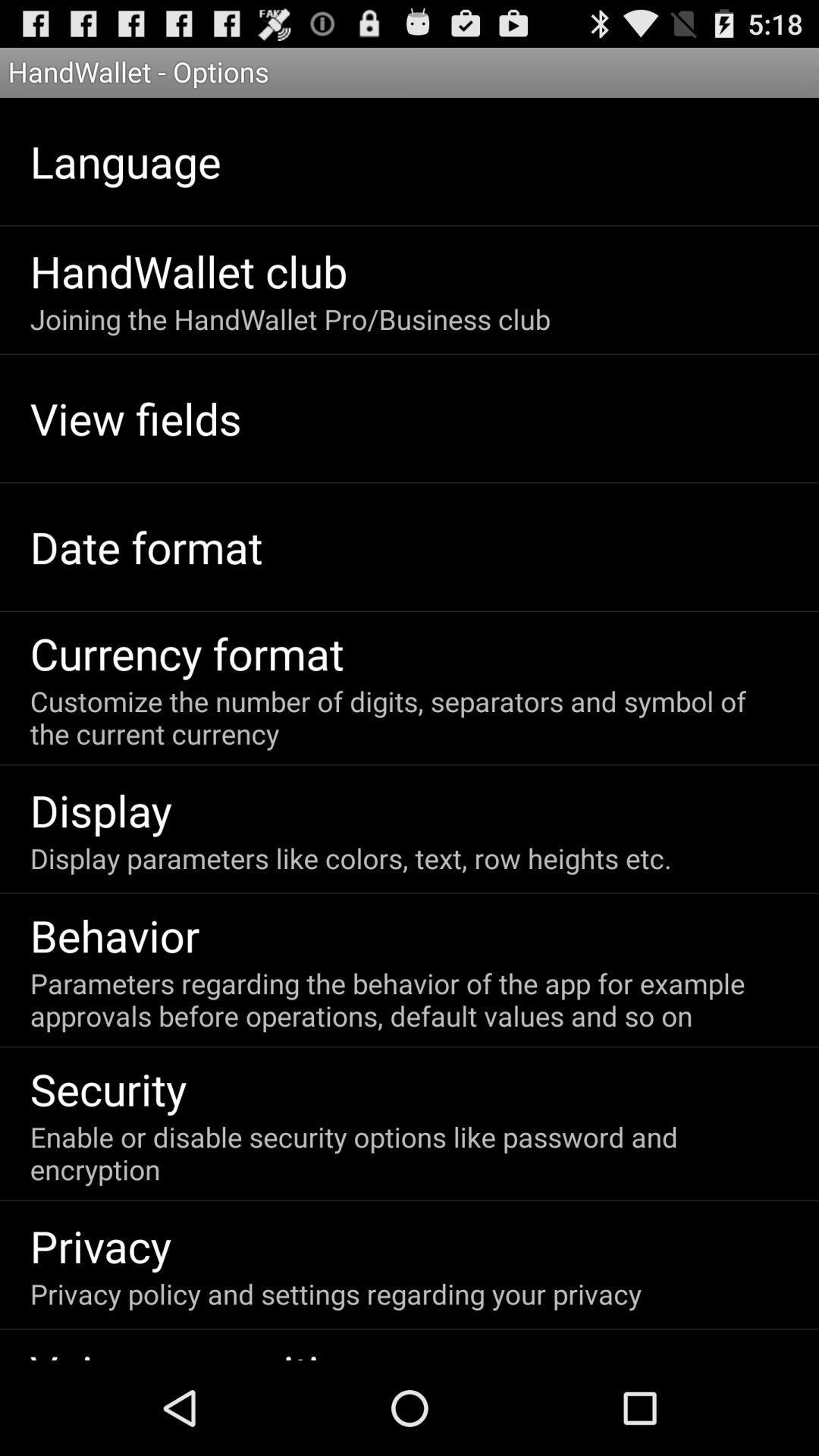 Image resolution: width=819 pixels, height=1456 pixels. I want to click on the language app, so click(124, 161).